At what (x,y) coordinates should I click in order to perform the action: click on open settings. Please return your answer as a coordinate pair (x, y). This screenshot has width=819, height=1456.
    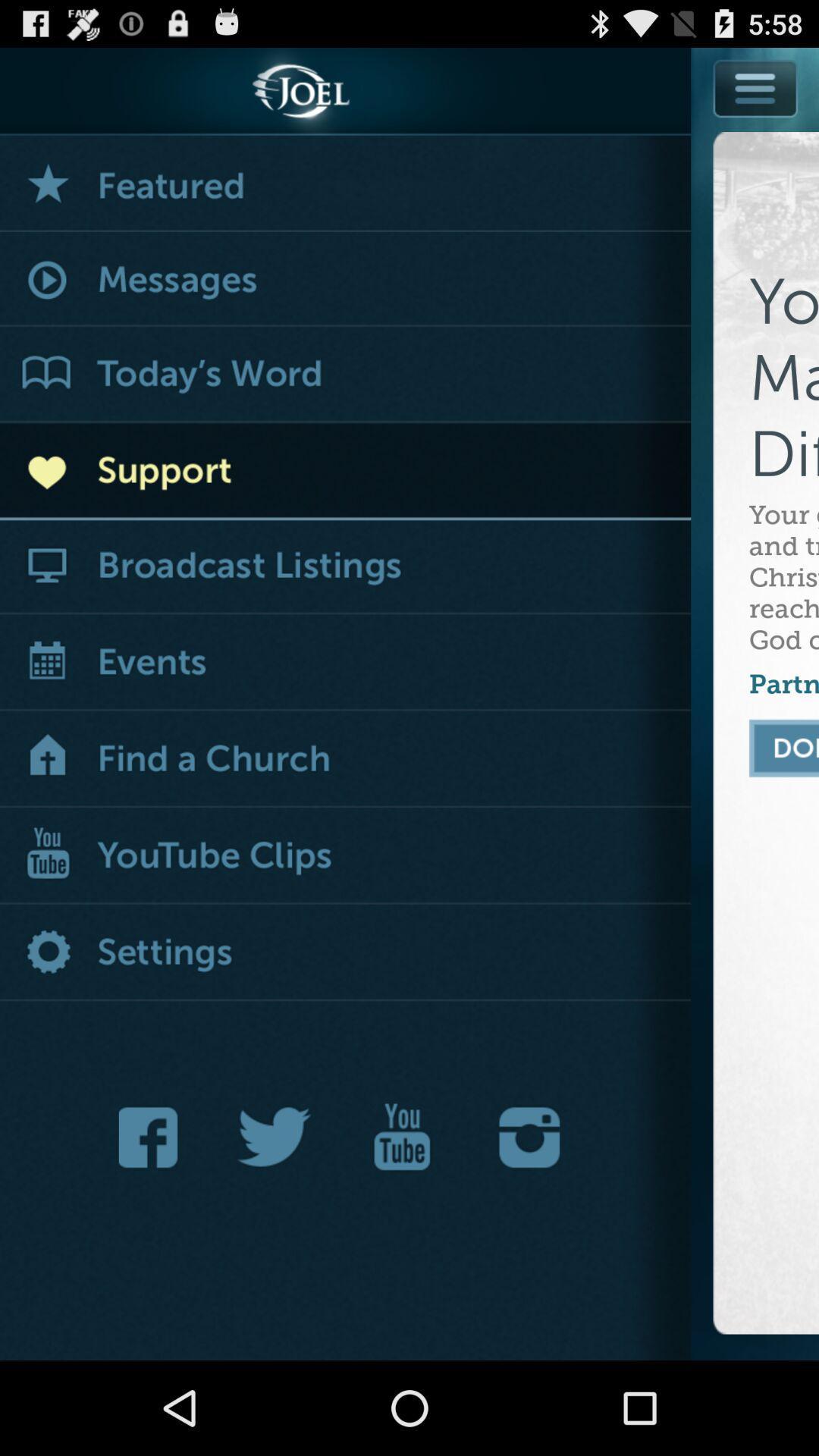
    Looking at the image, I should click on (345, 952).